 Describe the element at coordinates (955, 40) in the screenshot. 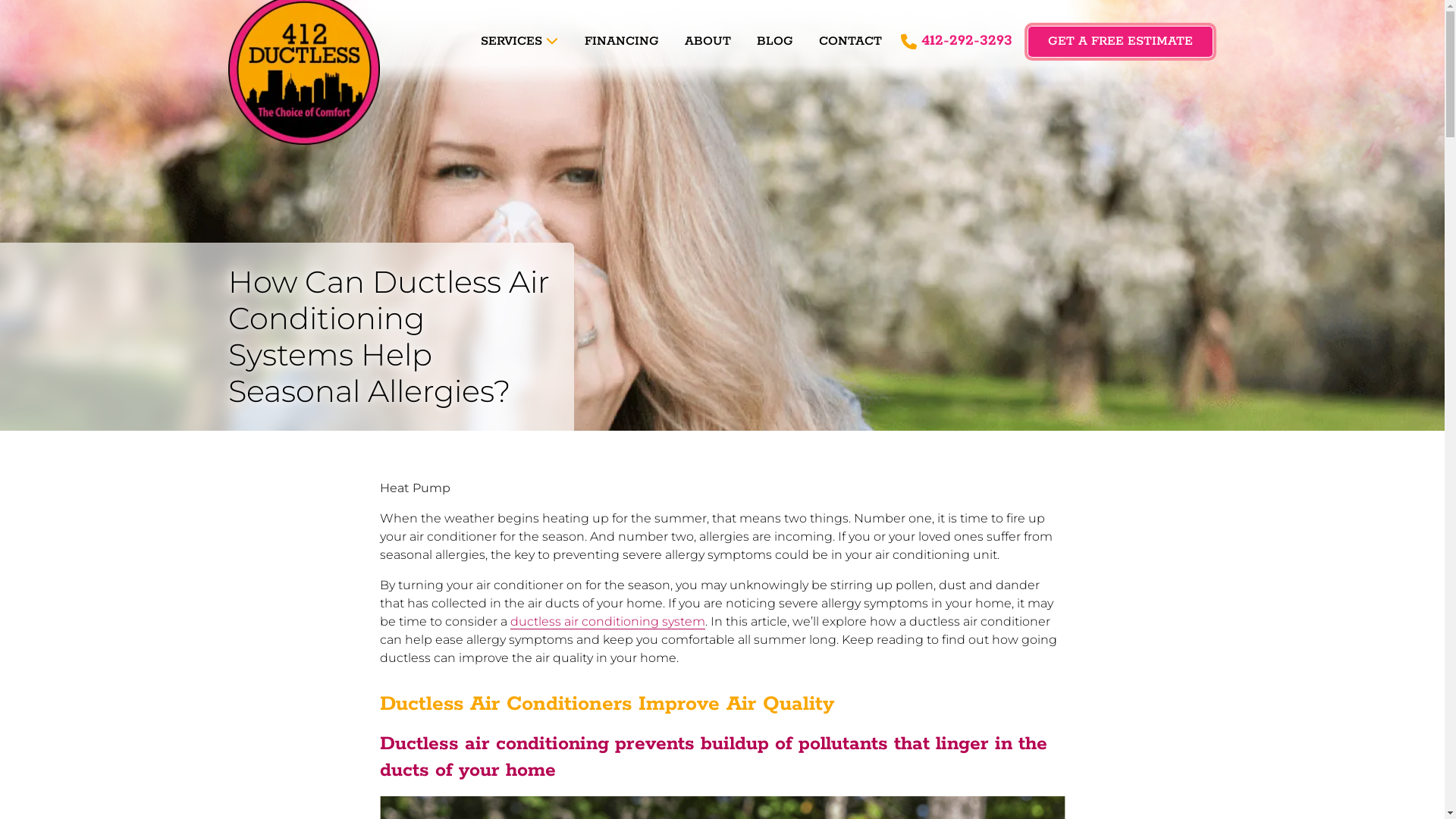

I see `'412-292-3293'` at that location.